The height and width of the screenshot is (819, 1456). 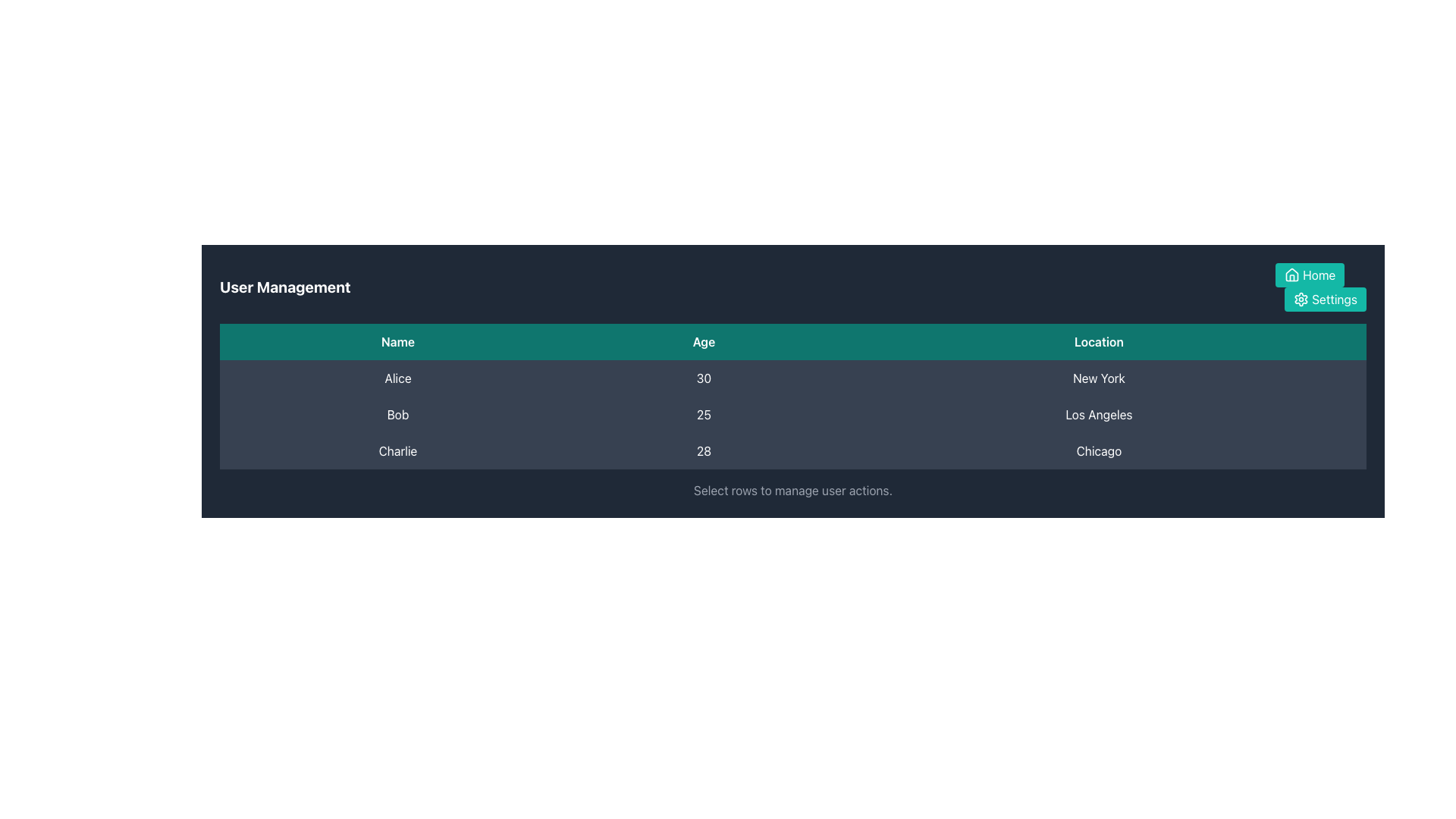 What do you see at coordinates (703, 450) in the screenshot?
I see `the informational text label displaying the age of 'Charlie' in the table, located in the third column under the 'Age' header` at bounding box center [703, 450].